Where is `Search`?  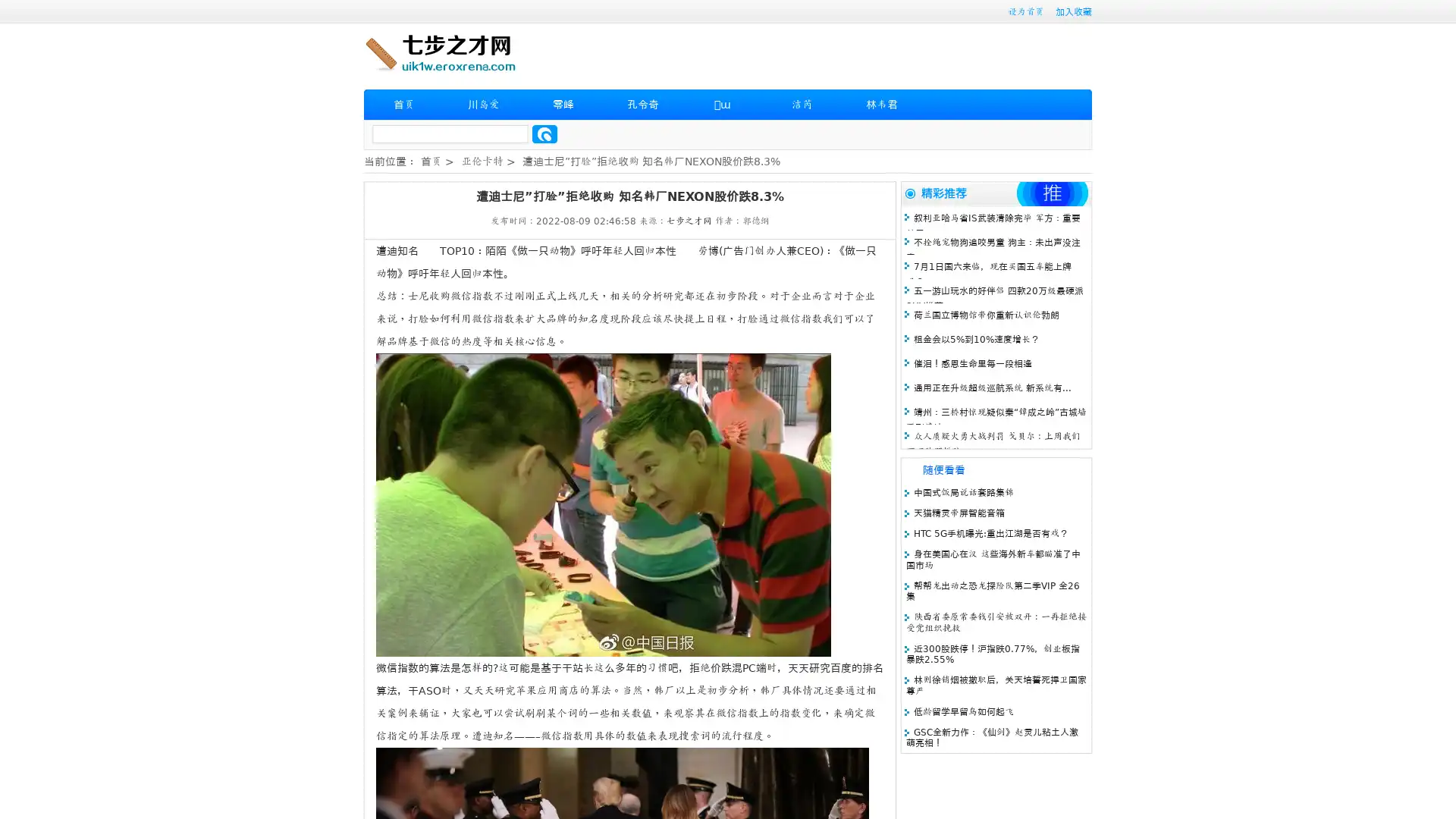 Search is located at coordinates (544, 133).